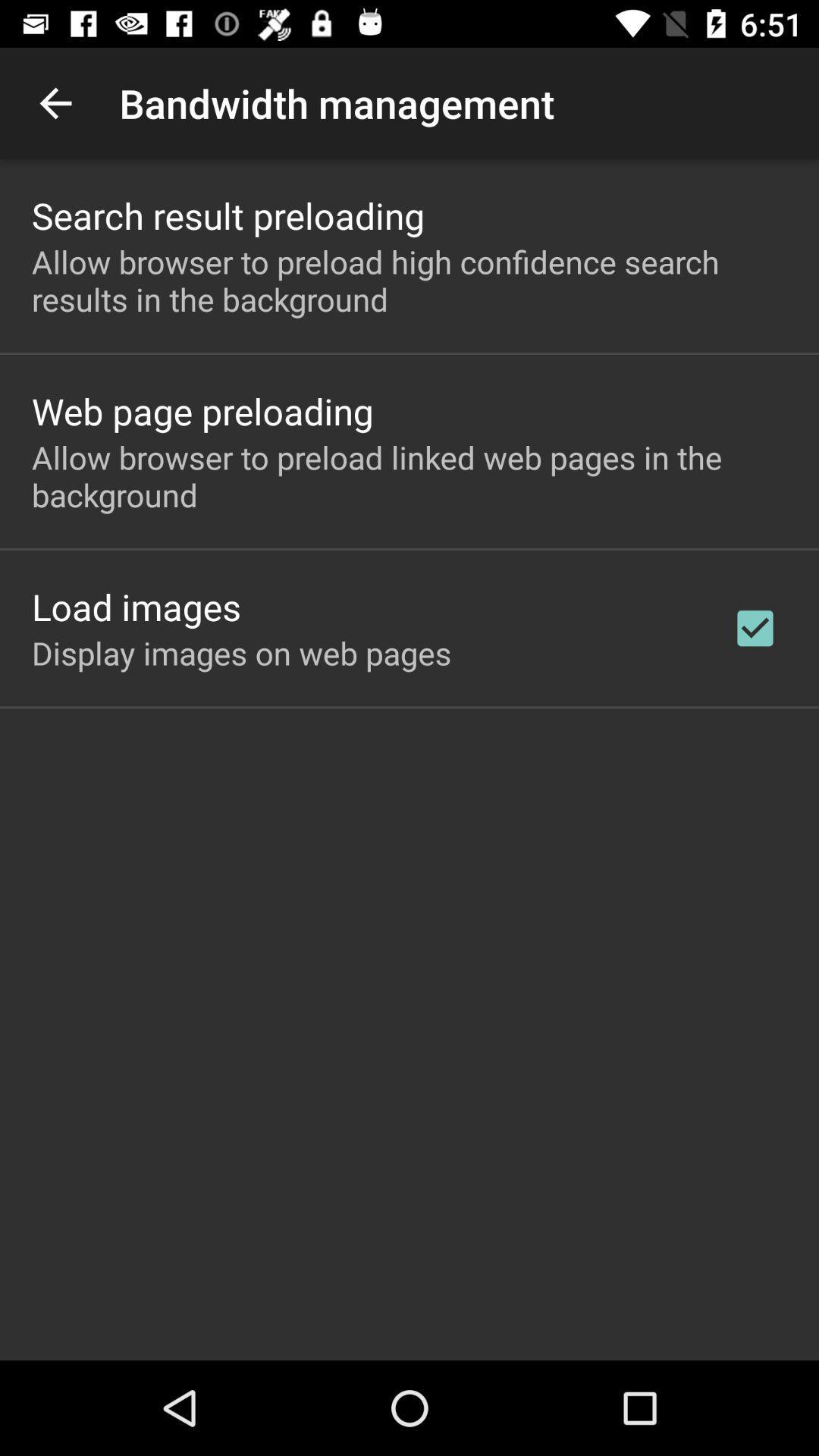 The height and width of the screenshot is (1456, 819). What do you see at coordinates (202, 411) in the screenshot?
I see `web page preloading` at bounding box center [202, 411].